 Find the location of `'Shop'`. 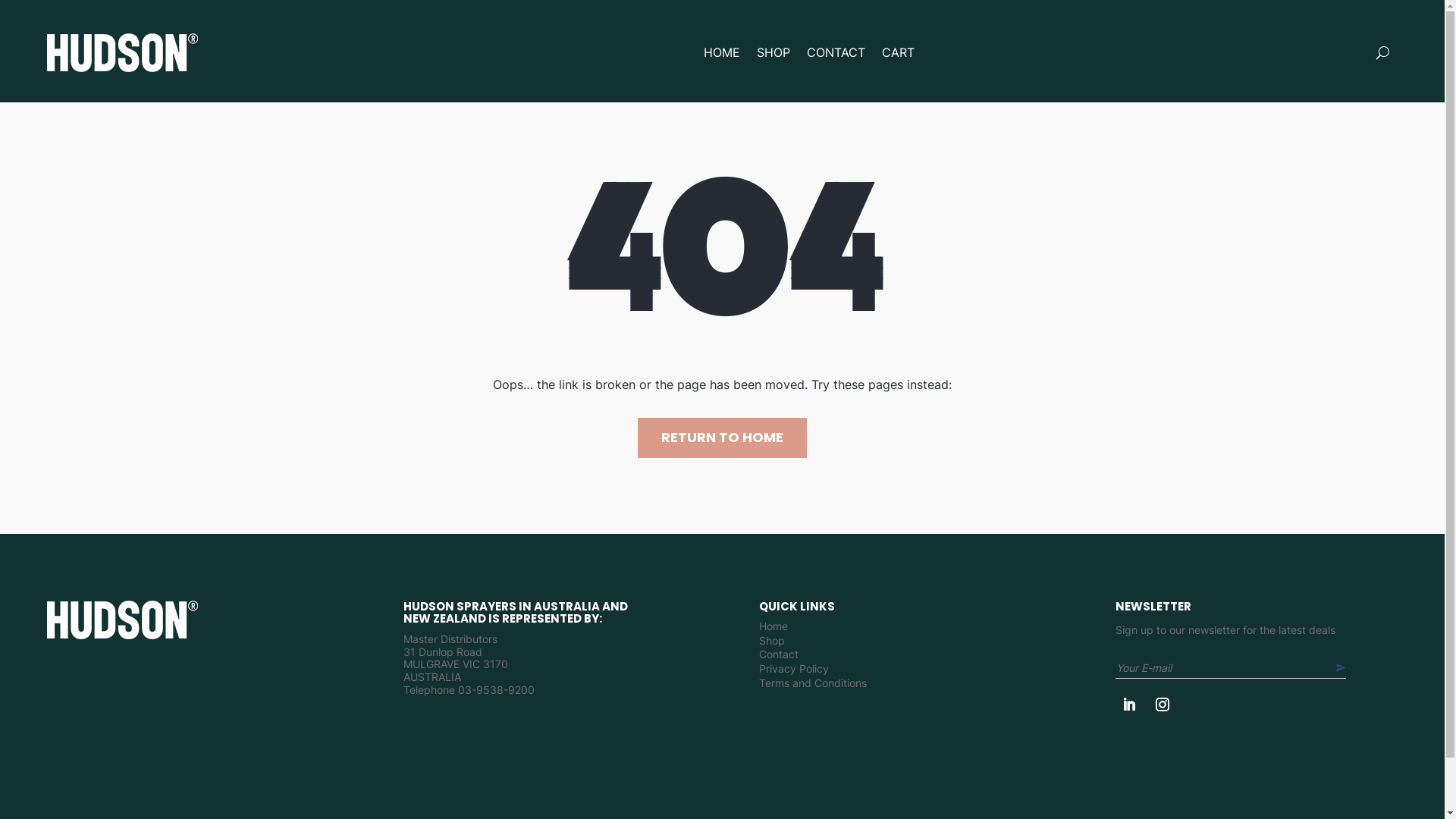

'Shop' is located at coordinates (771, 644).